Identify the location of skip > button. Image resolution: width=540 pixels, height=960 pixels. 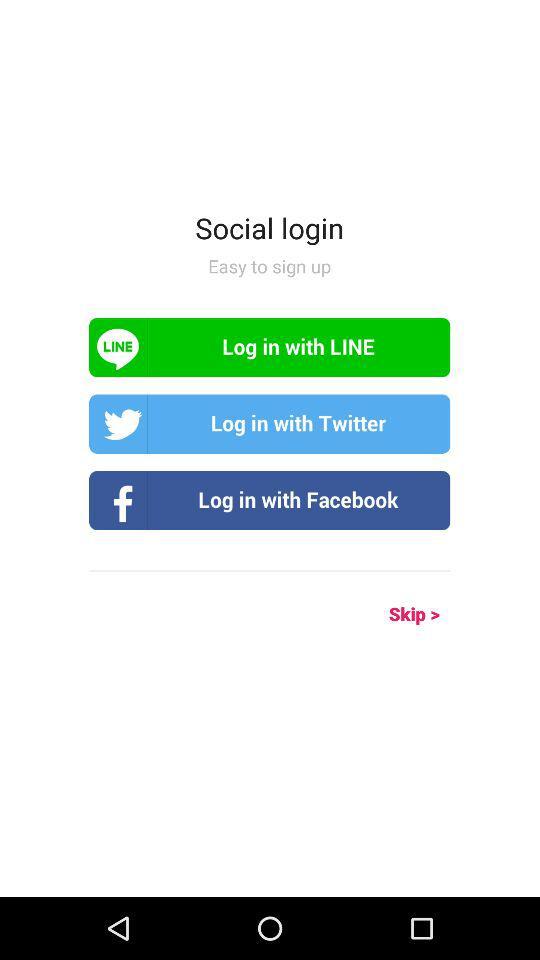
(392, 613).